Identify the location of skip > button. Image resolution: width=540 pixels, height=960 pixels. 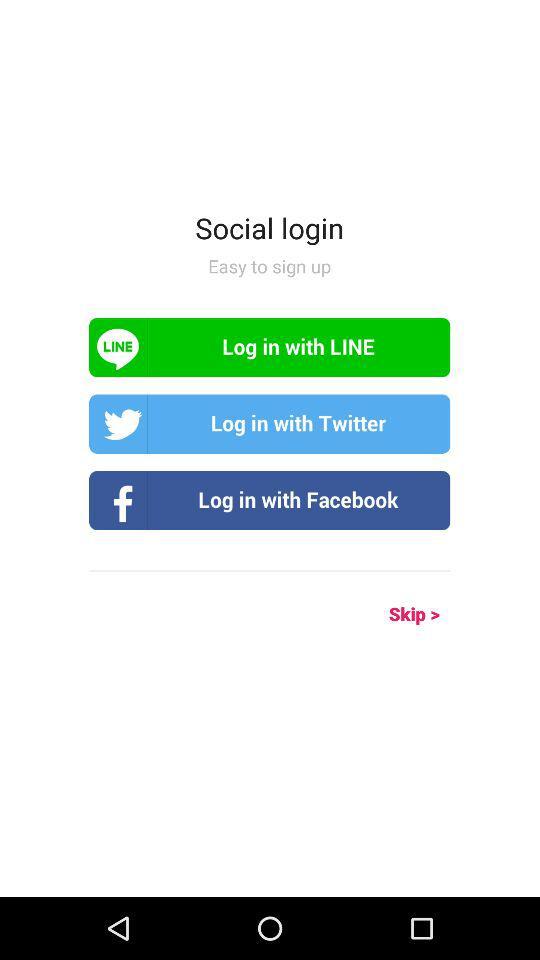
(392, 613).